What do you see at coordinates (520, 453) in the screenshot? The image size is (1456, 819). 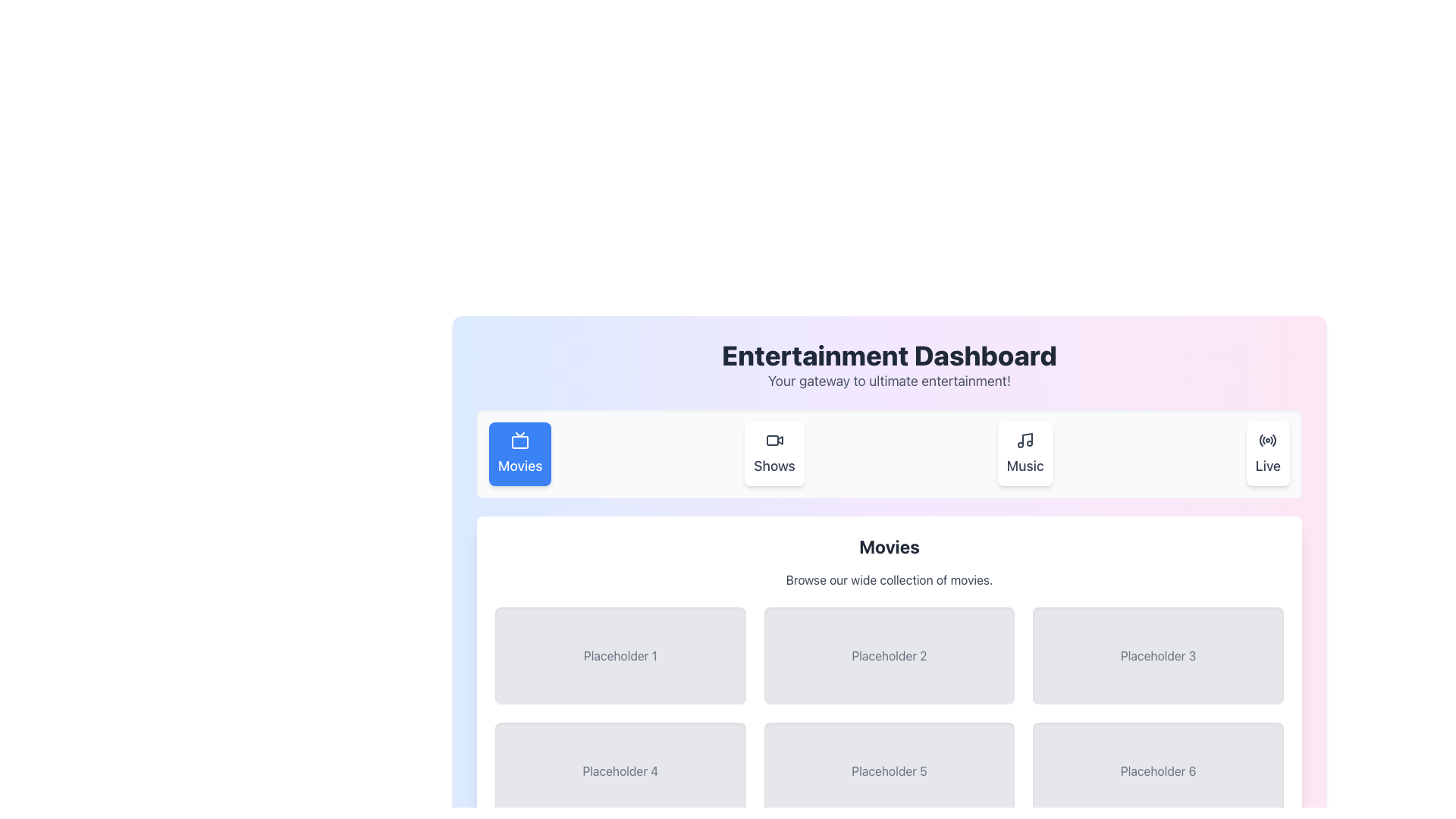 I see `the navigation button for Movies, which is the left-most option` at bounding box center [520, 453].